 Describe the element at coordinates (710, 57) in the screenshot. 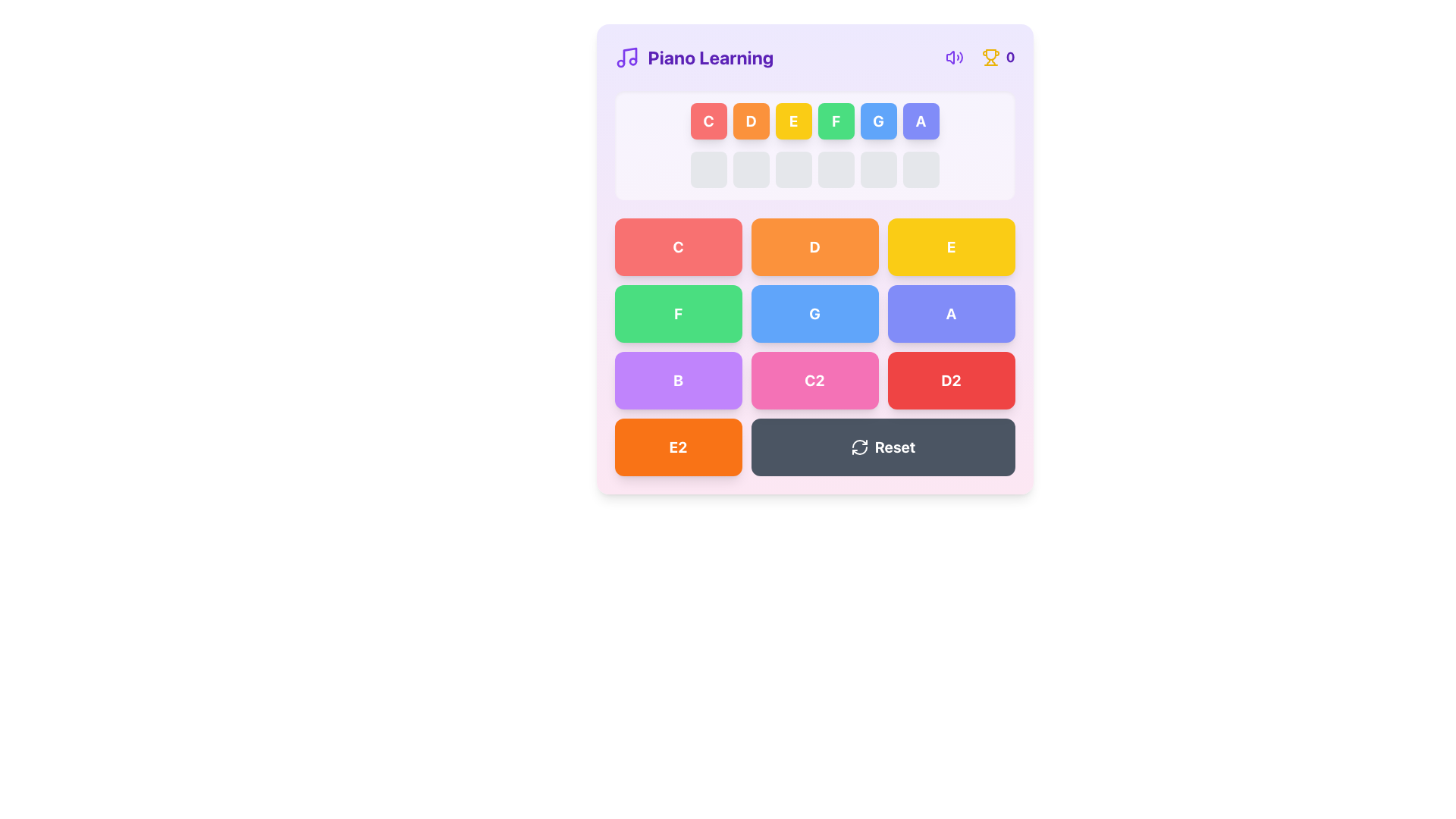

I see `the text label that serves as a title or heading for the interface content, located to the right of a music note icon in the top-left corner of the interface` at that location.